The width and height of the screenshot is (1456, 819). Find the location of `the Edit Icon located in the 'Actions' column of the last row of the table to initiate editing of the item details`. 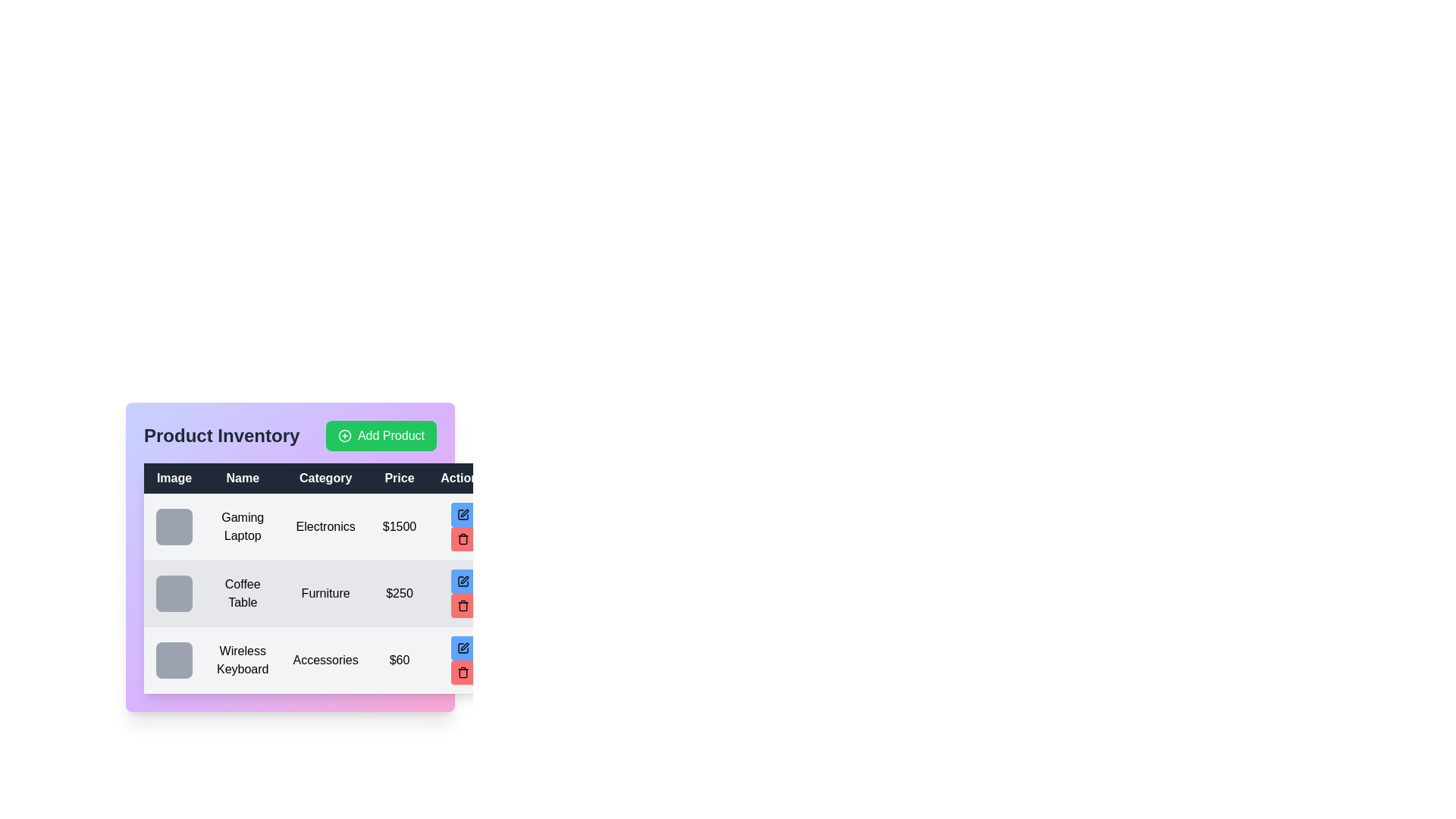

the Edit Icon located in the 'Actions' column of the last row of the table to initiate editing of the item details is located at coordinates (463, 646).